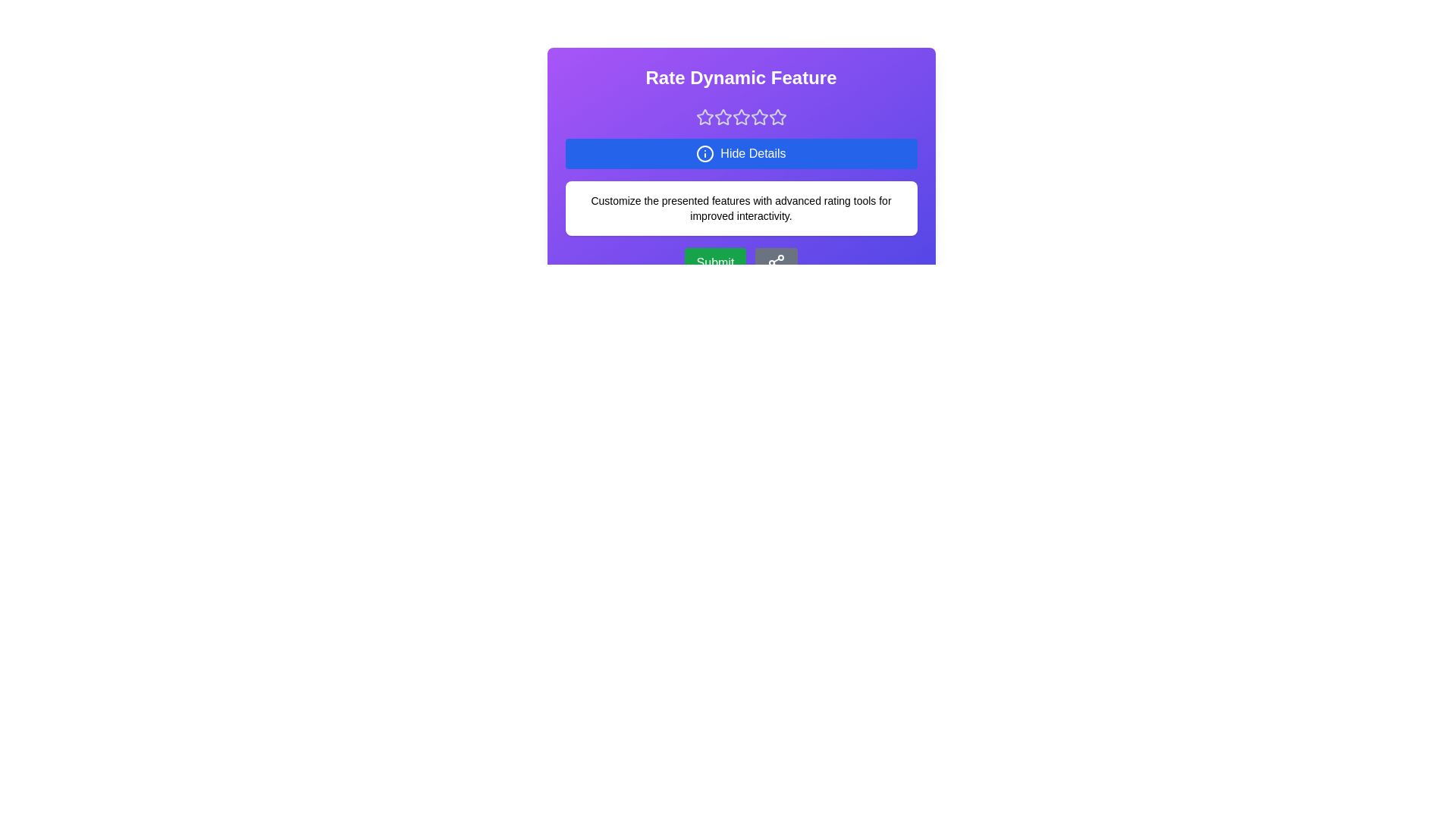 The height and width of the screenshot is (819, 1456). Describe the element at coordinates (714, 262) in the screenshot. I see `the 'Submit' button to submit the rating` at that location.